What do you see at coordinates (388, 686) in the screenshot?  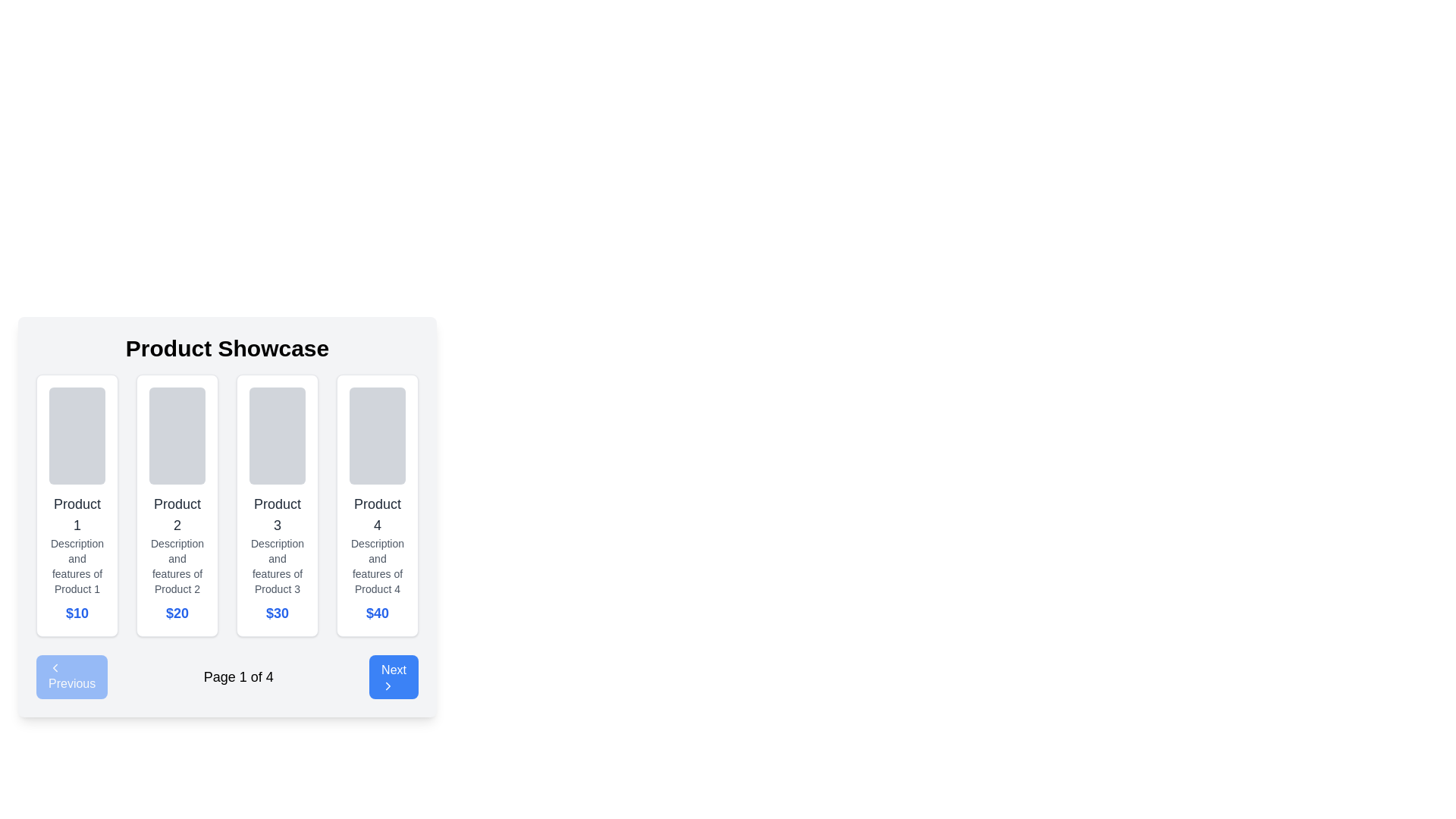 I see `the 'Next' button located at the bottom-right corner of the interface, which contains a right-facing chevron icon indicating a forward action` at bounding box center [388, 686].